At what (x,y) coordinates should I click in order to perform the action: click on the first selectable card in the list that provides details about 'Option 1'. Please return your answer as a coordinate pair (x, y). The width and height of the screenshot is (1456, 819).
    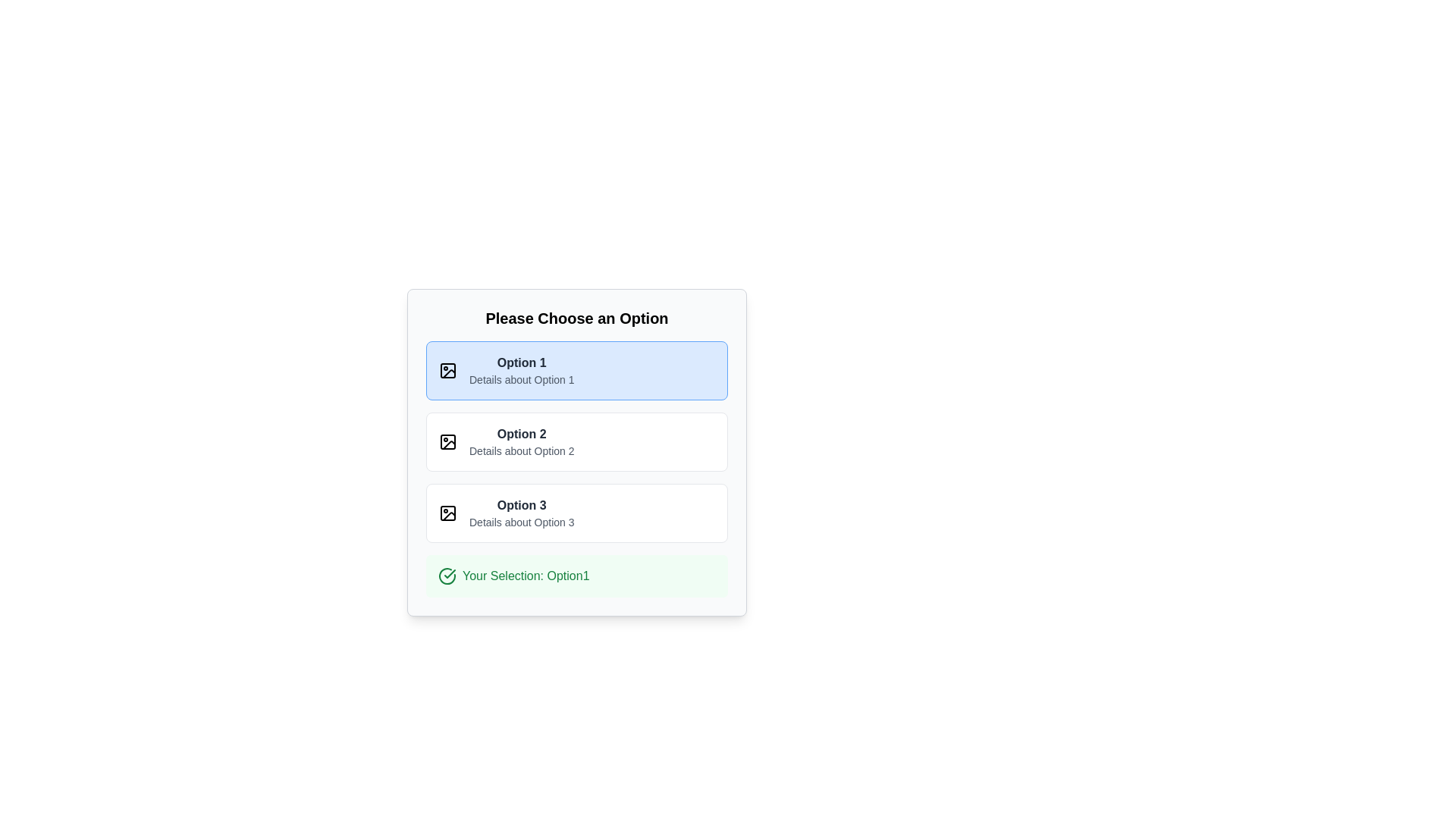
    Looking at the image, I should click on (576, 371).